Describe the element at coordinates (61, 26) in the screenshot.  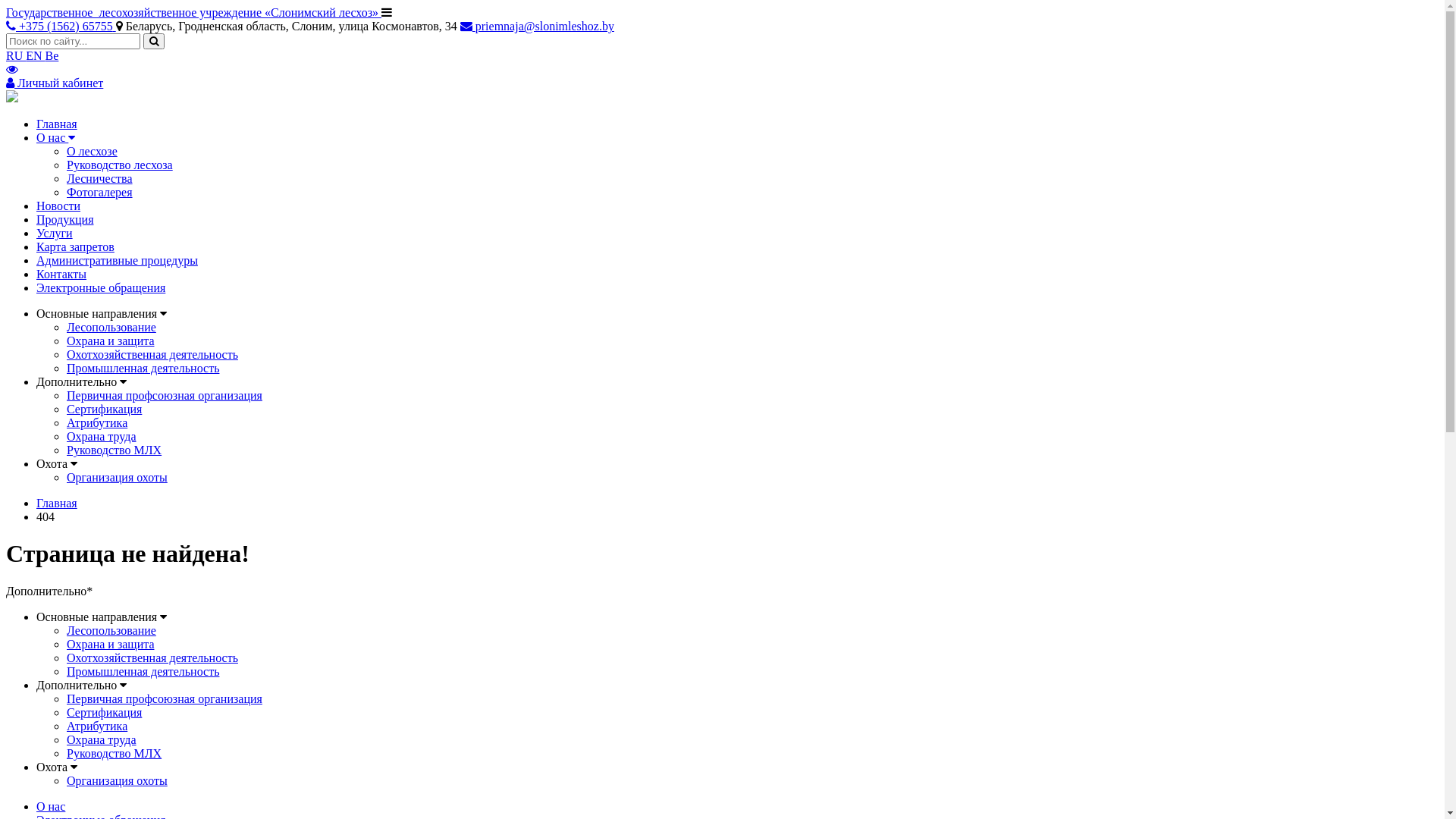
I see `'+375 (1562) 65755'` at that location.